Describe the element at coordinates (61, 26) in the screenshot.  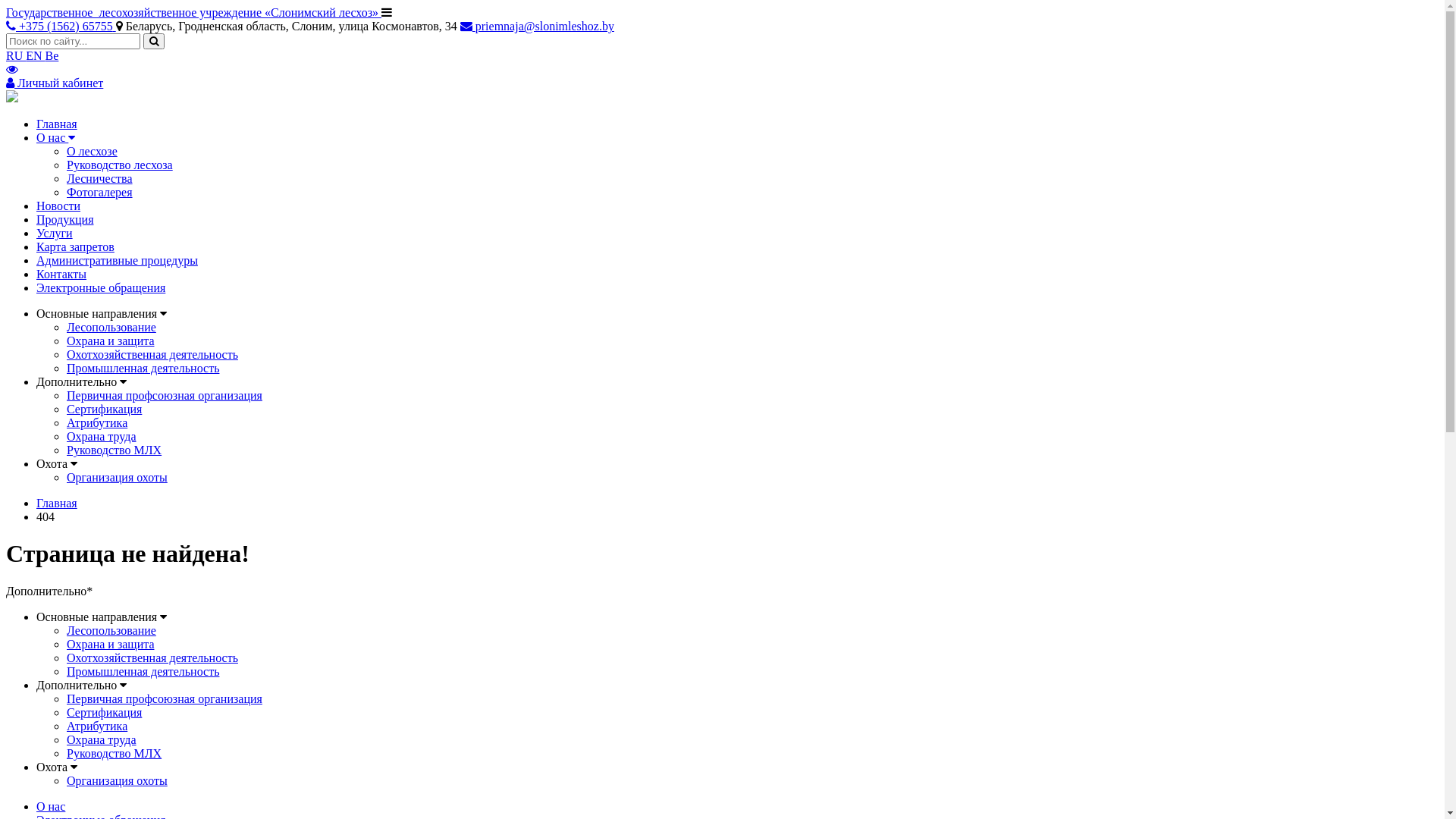
I see `'+375 (1562) 65755'` at that location.